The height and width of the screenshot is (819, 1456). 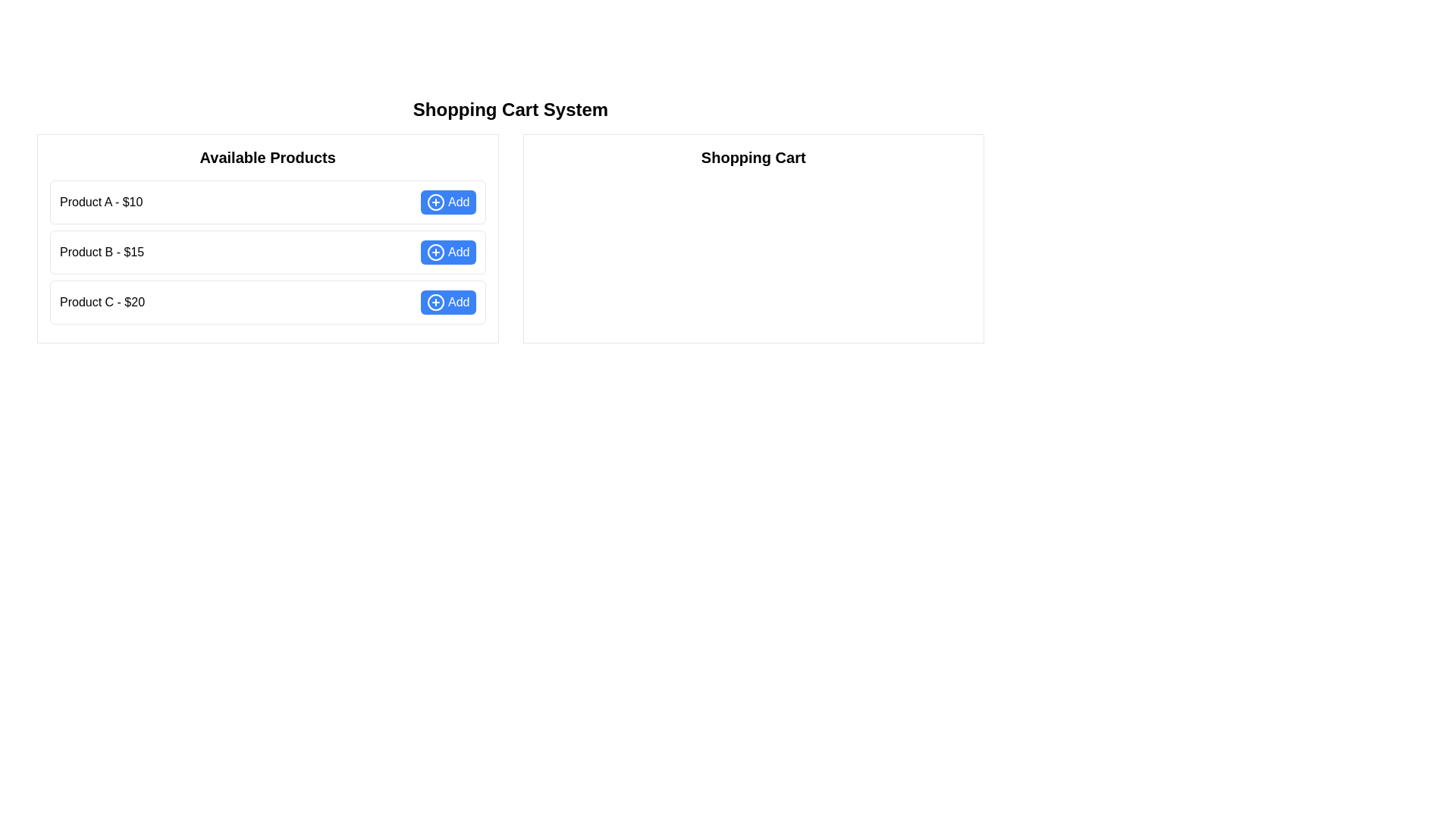 I want to click on the 'Add' button with a blue background and white text located at the far-right of the third row in the 'Available Products' section, so click(x=447, y=302).